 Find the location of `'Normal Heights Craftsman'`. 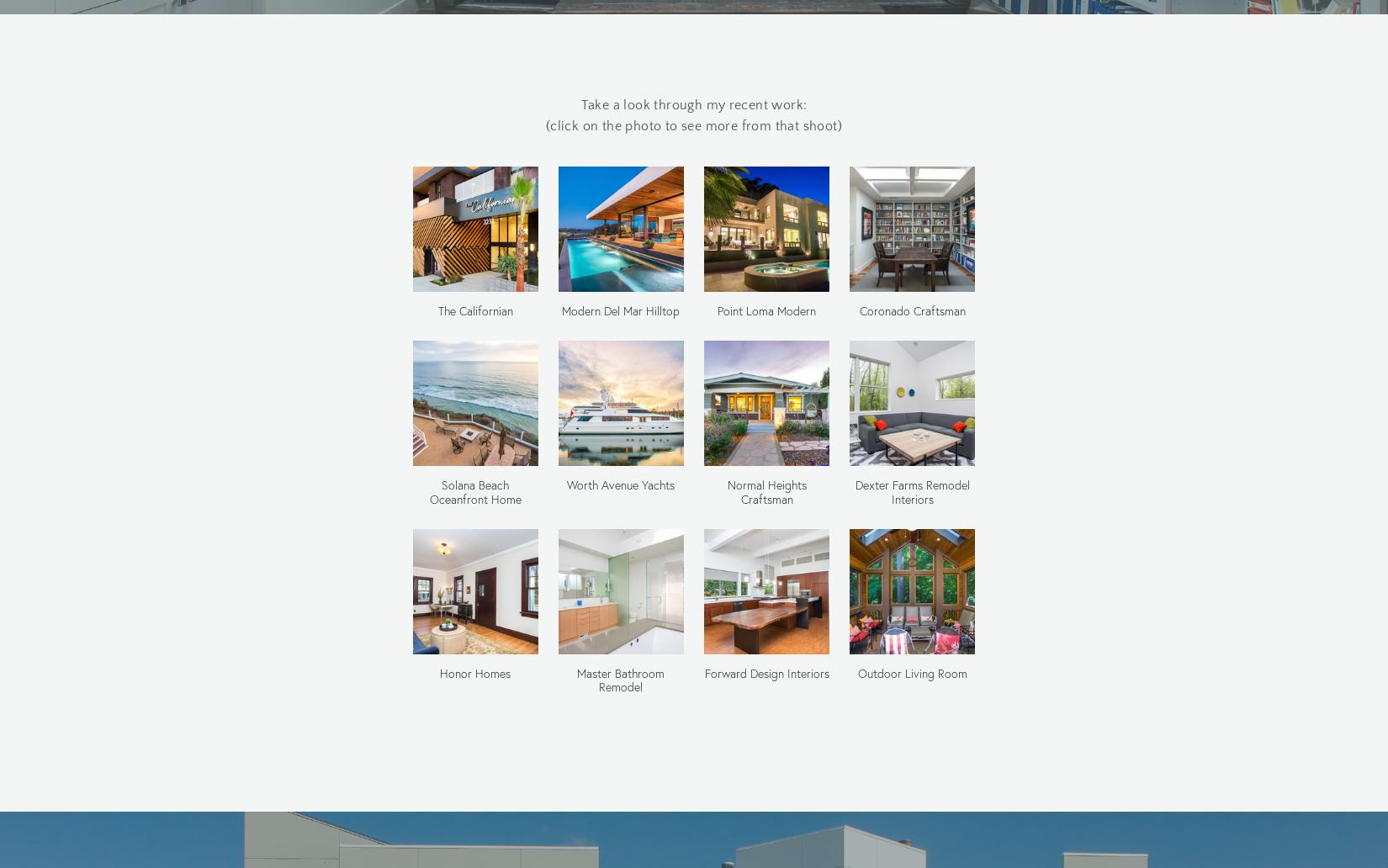

'Normal Heights Craftsman' is located at coordinates (726, 491).